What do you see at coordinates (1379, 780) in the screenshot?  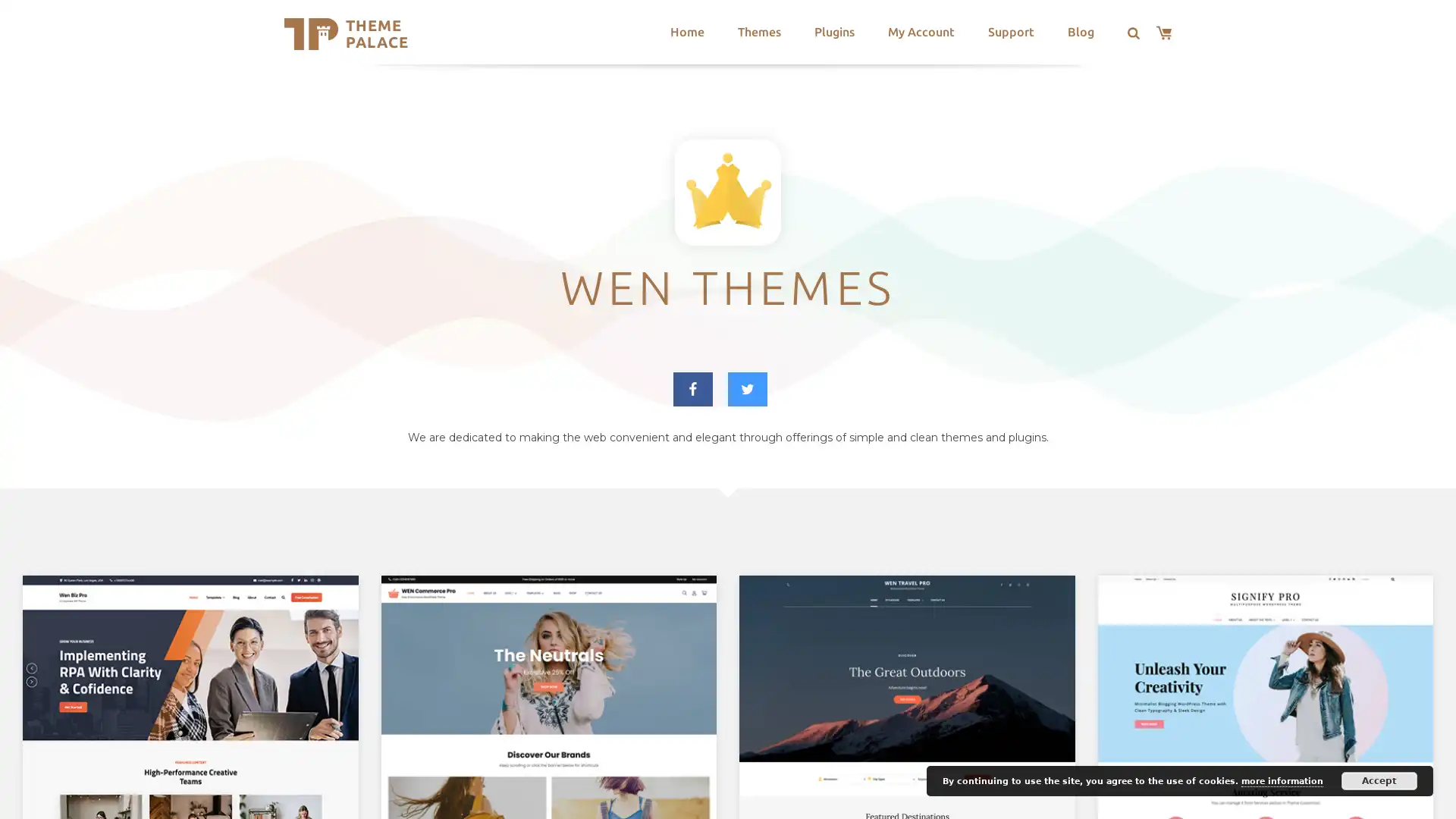 I see `Accept` at bounding box center [1379, 780].